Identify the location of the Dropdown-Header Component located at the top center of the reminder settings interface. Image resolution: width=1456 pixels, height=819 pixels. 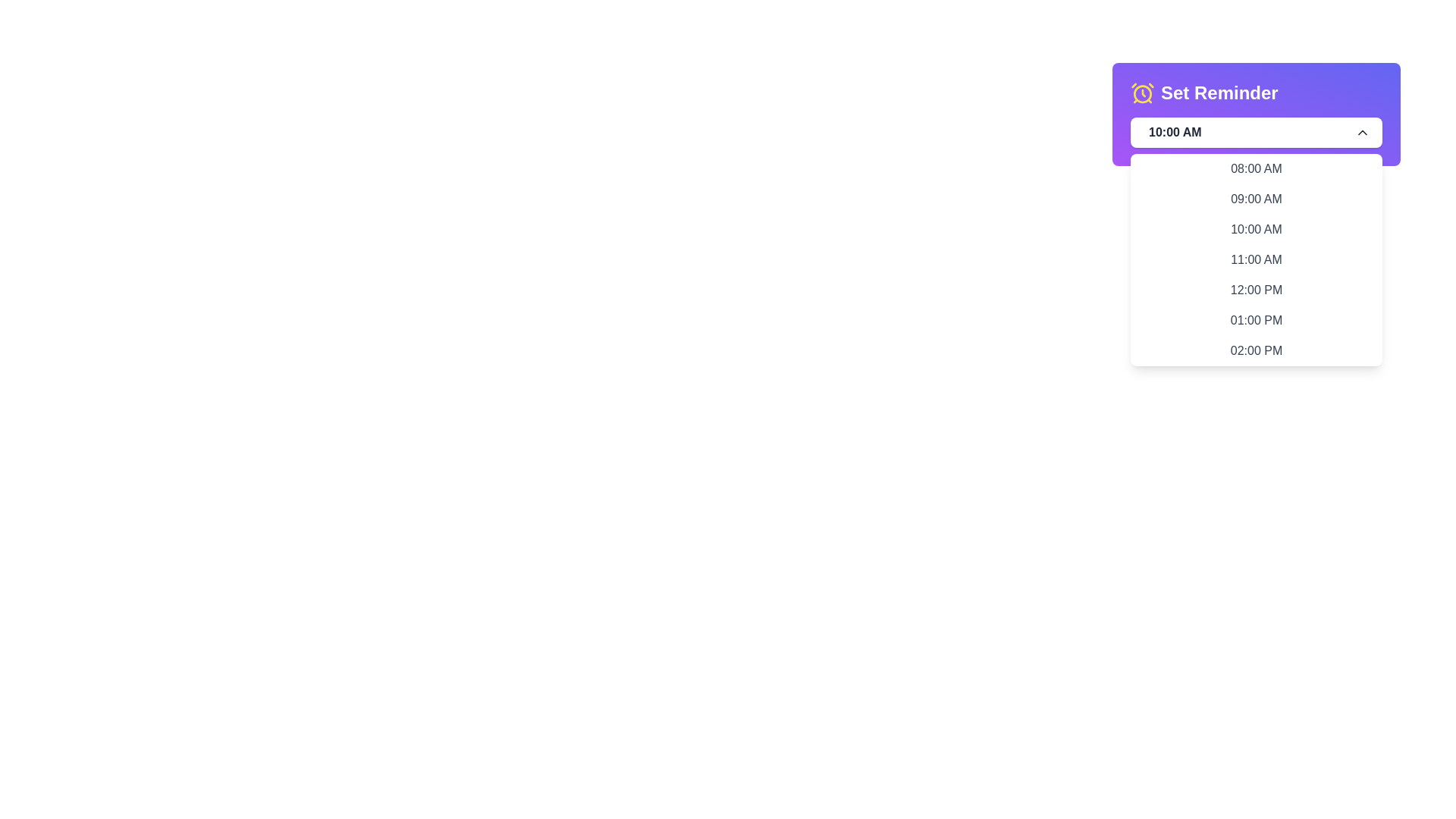
(1256, 113).